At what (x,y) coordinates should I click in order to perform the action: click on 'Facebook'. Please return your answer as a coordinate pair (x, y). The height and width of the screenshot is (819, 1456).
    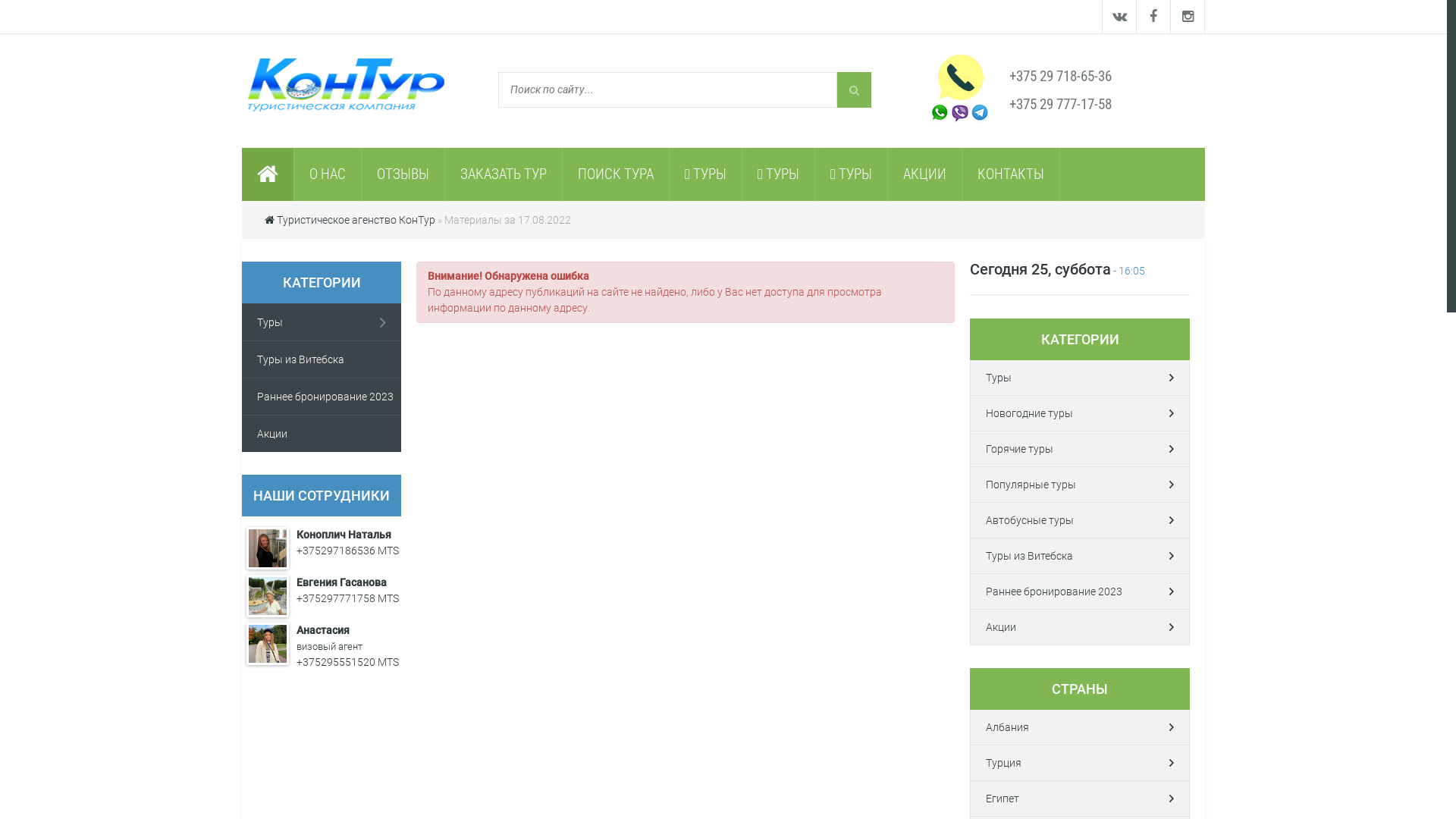
    Looking at the image, I should click on (1153, 17).